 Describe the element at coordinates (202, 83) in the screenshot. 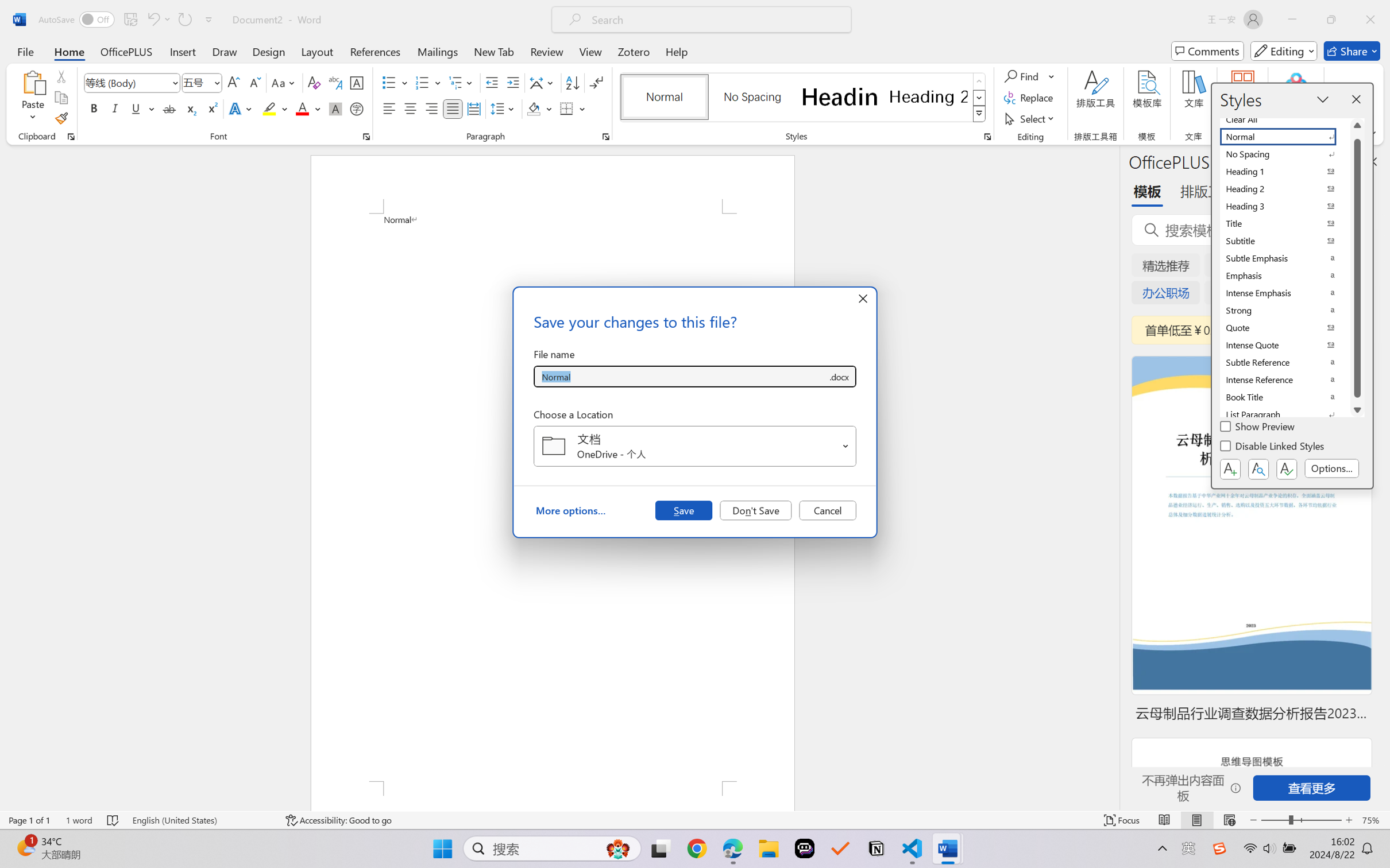

I see `'Font Size'` at that location.